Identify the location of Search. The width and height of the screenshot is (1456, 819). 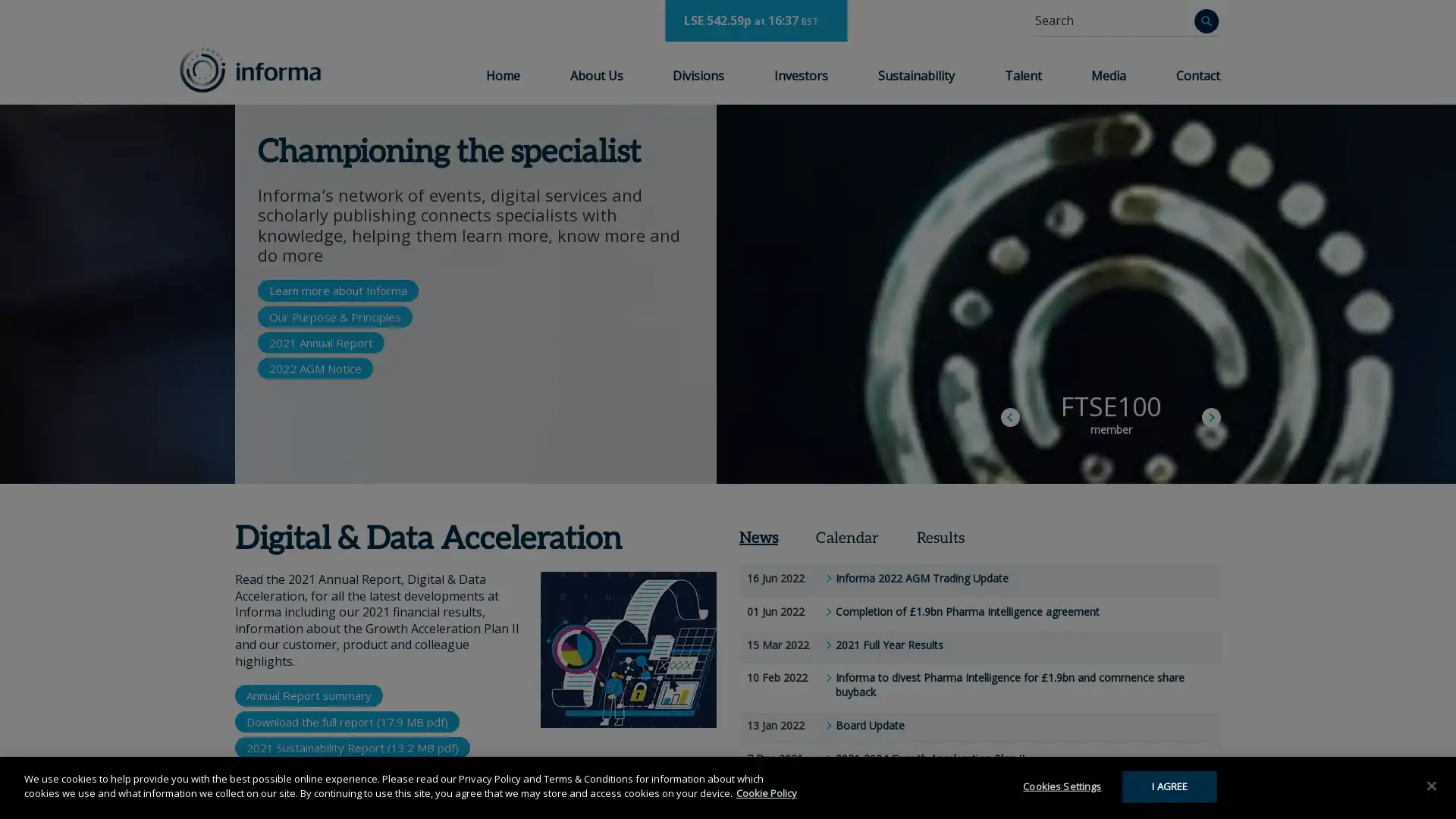
(1206, 21).